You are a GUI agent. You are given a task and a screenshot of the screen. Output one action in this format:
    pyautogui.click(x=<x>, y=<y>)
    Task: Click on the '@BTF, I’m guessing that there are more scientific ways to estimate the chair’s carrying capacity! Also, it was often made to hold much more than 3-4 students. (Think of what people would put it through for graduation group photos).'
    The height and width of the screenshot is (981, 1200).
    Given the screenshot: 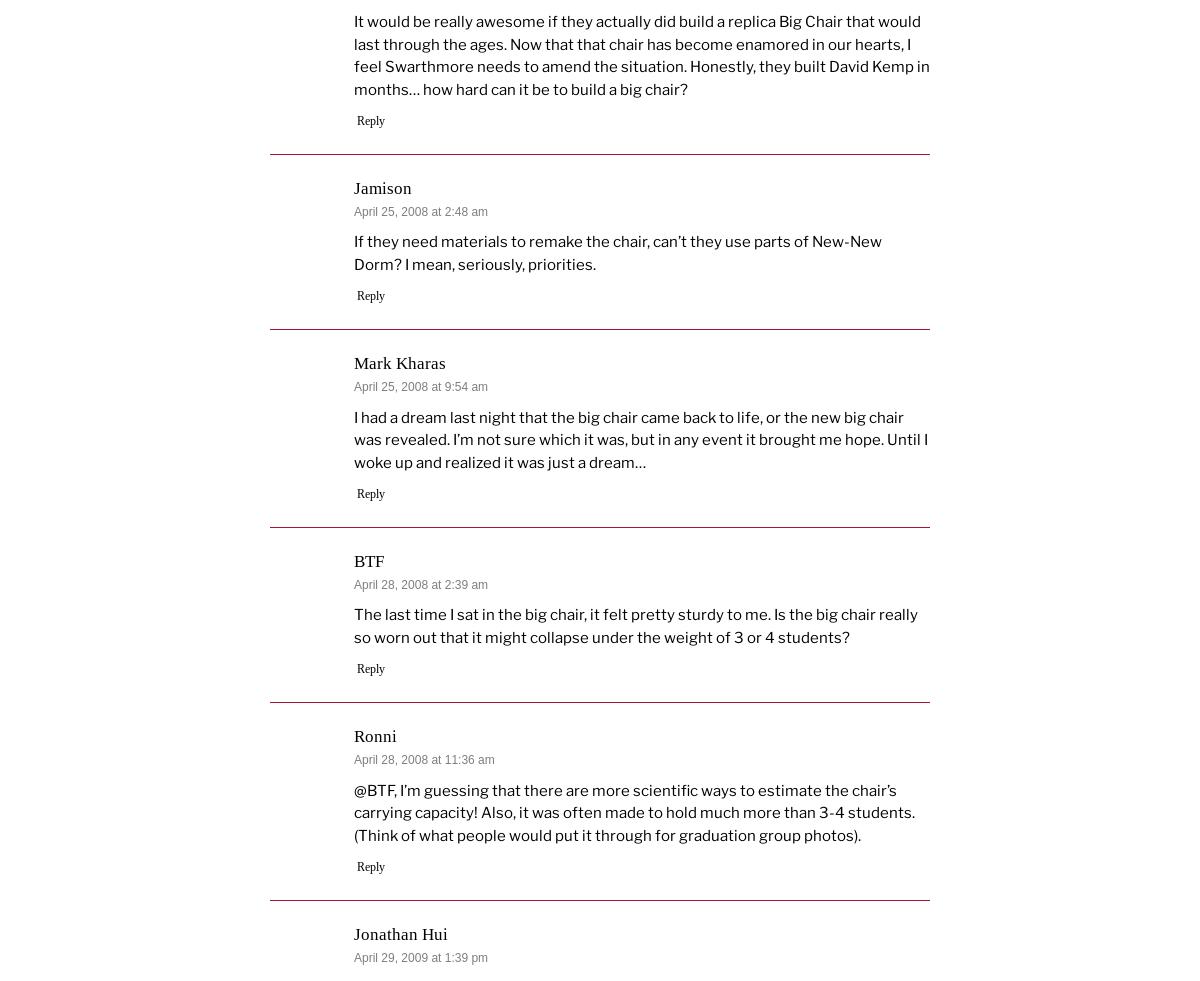 What is the action you would take?
    pyautogui.click(x=354, y=812)
    